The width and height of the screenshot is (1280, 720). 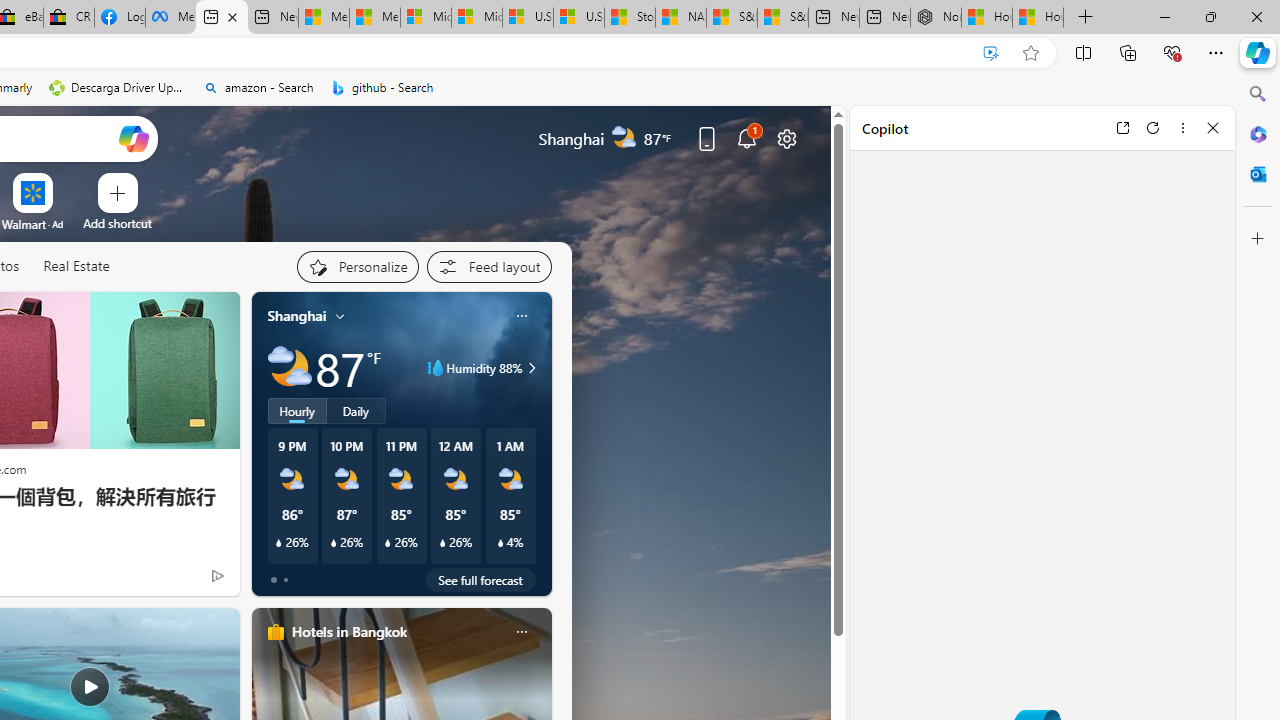 What do you see at coordinates (295, 410) in the screenshot?
I see `'Hourly'` at bounding box center [295, 410].